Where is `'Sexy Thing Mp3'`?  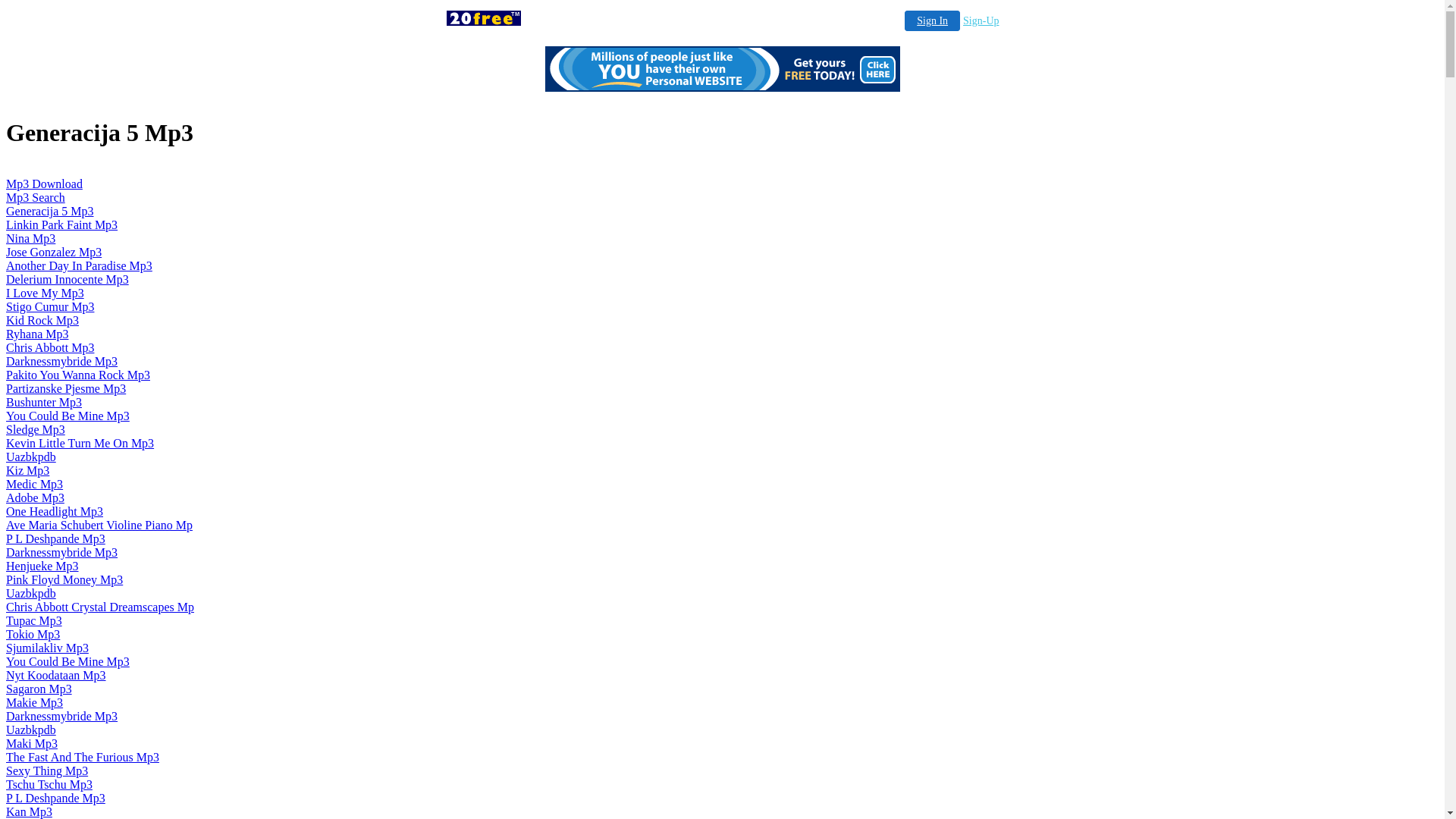
'Sexy Thing Mp3' is located at coordinates (47, 770).